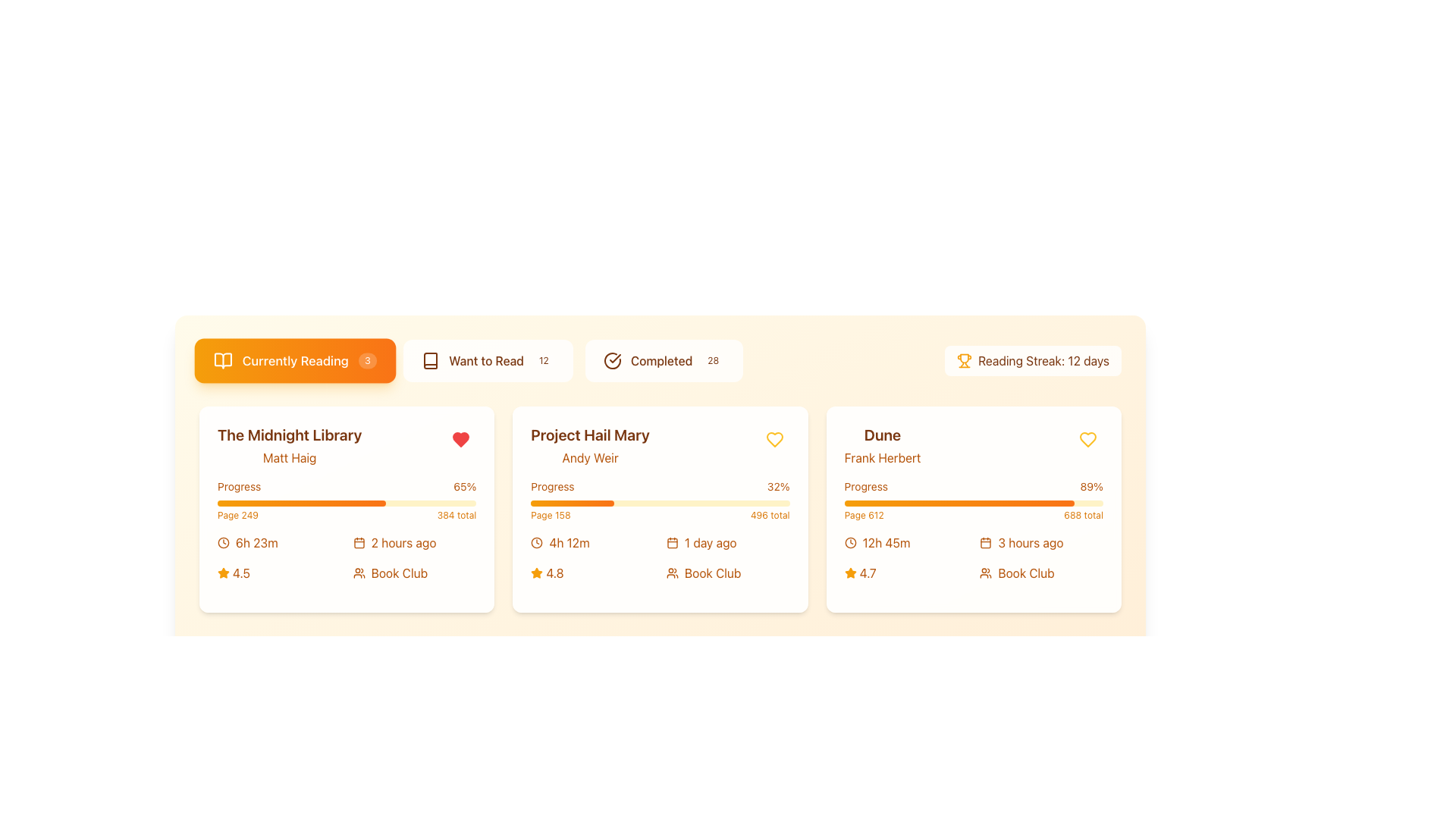  I want to click on the calendar icon located to the left of the text '3 hours ago' in the lower section of the 'Dune' book card, so click(986, 542).